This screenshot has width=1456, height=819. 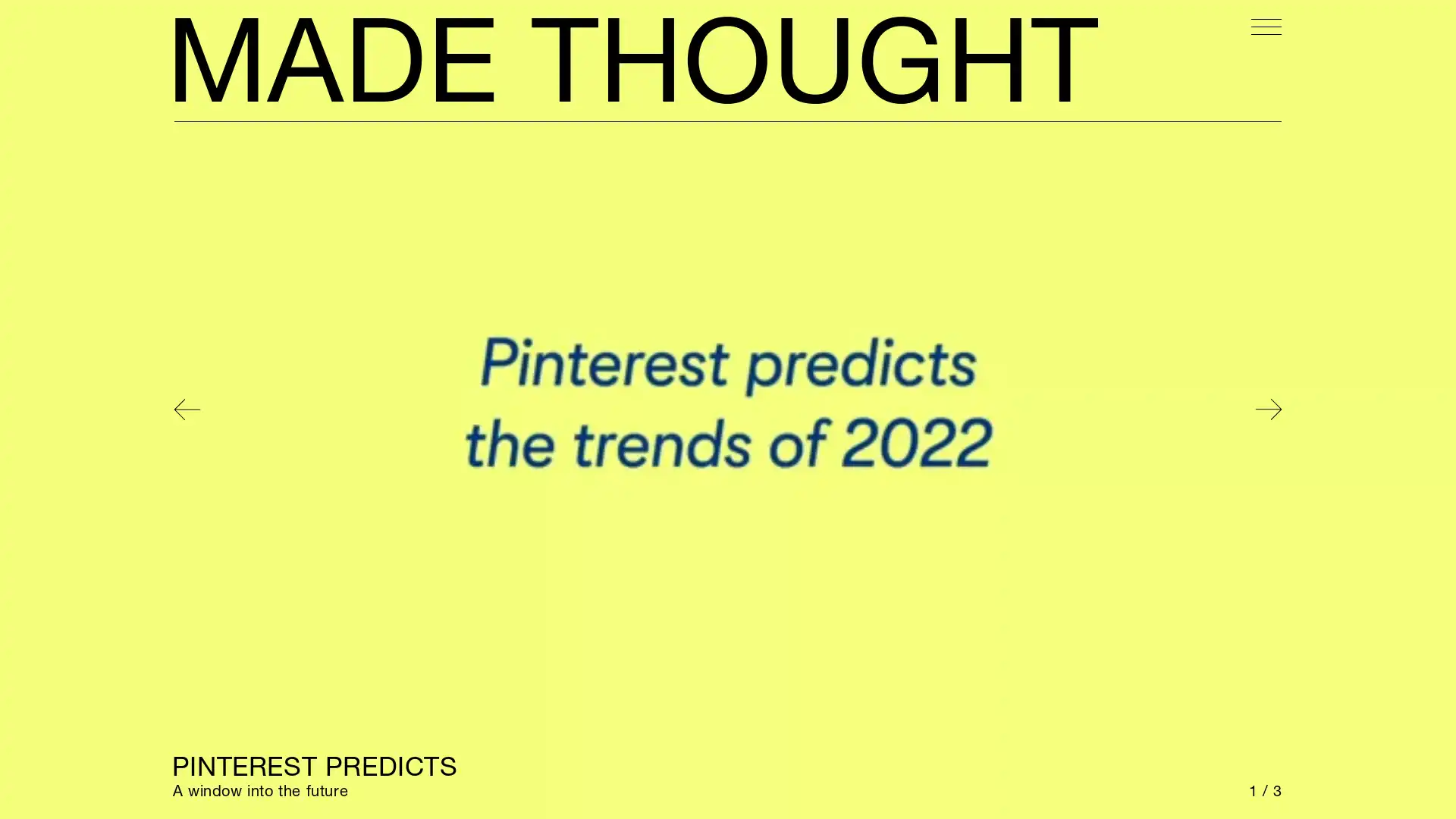 What do you see at coordinates (186, 409) in the screenshot?
I see `Previous` at bounding box center [186, 409].